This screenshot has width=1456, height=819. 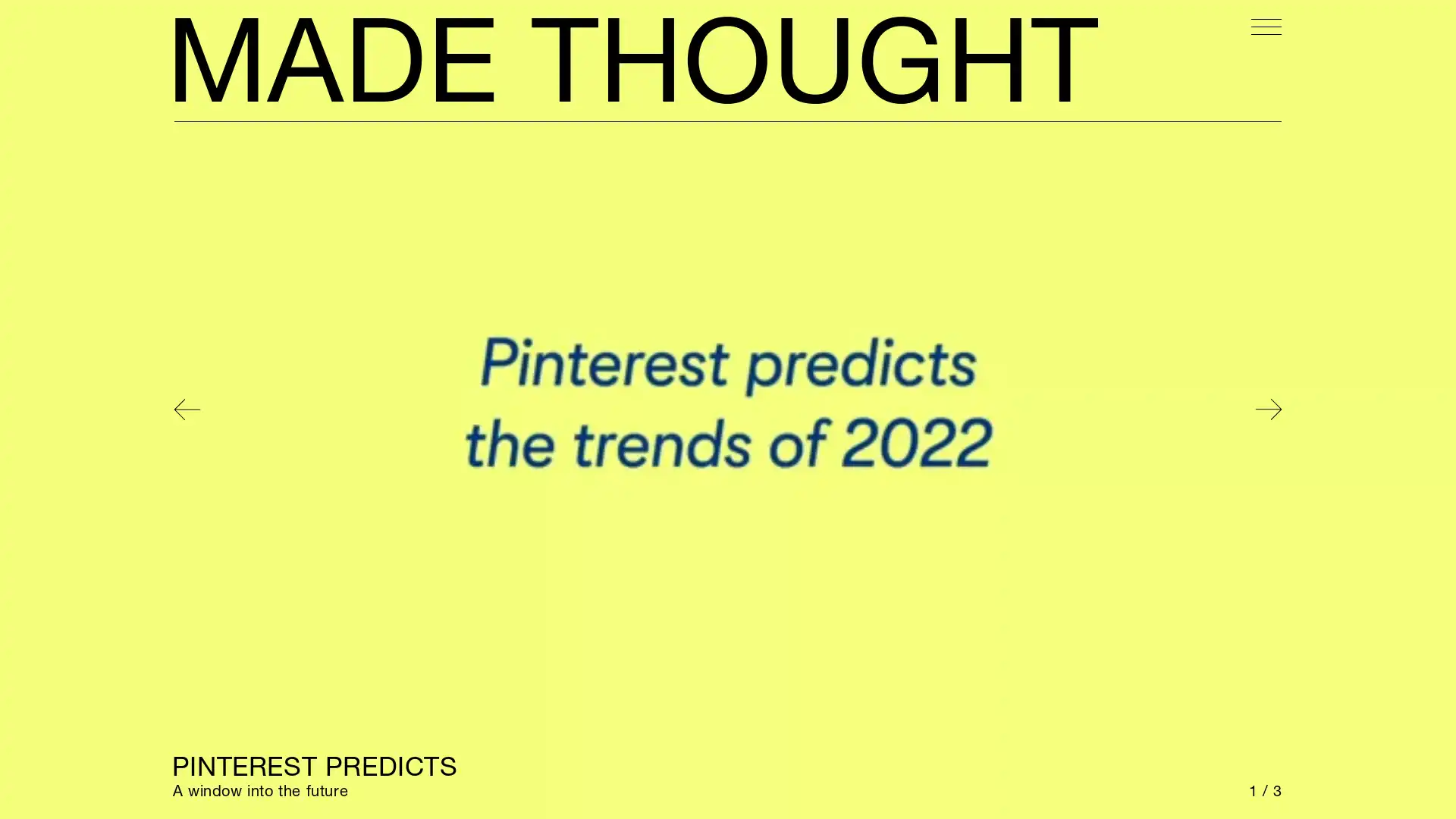 What do you see at coordinates (186, 409) in the screenshot?
I see `Previous` at bounding box center [186, 409].